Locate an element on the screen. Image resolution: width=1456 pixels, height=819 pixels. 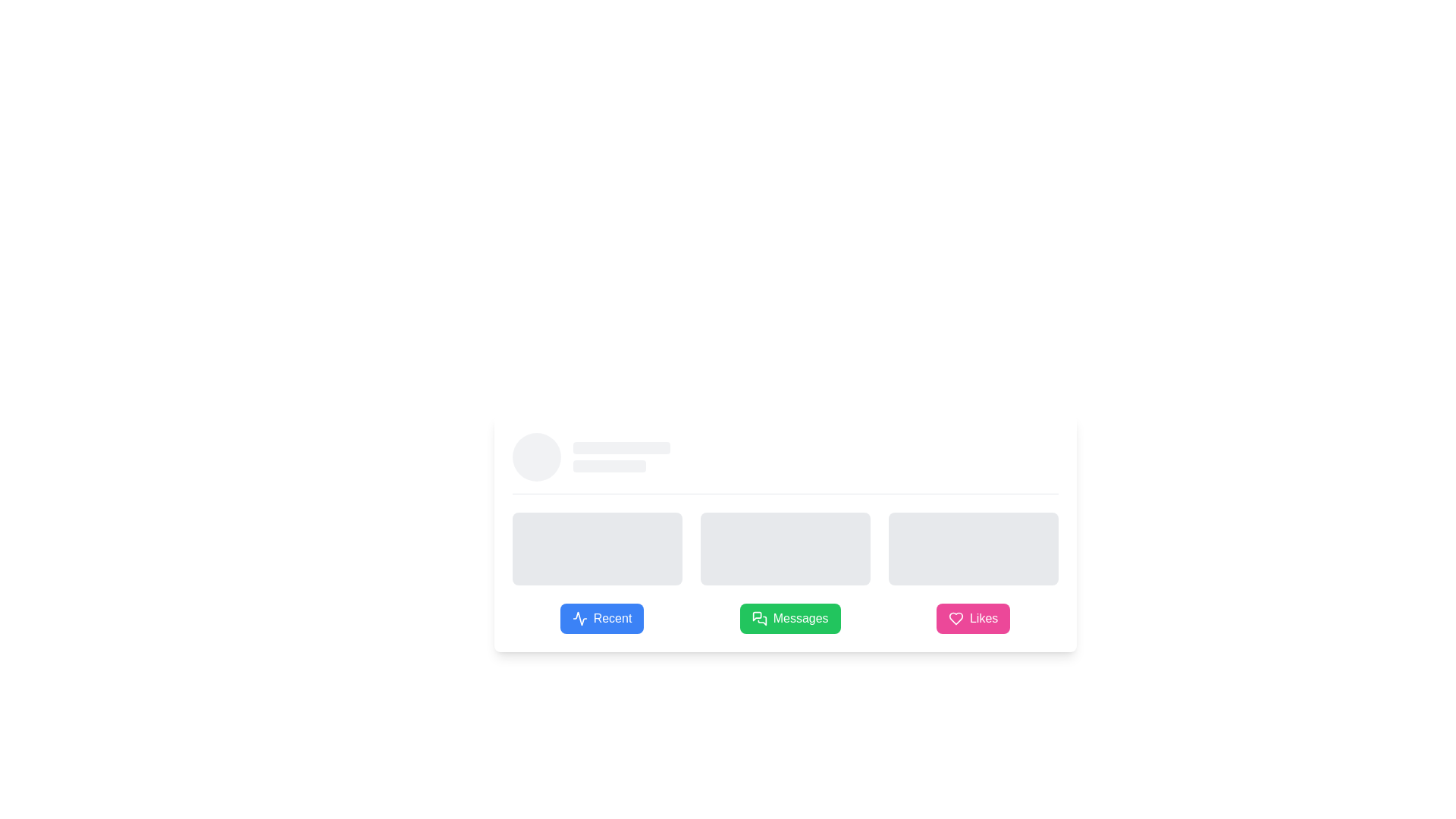
the speech bubble icon on the green 'Messages' button, which is the second button in a horizontal row of three similar buttons is located at coordinates (759, 619).